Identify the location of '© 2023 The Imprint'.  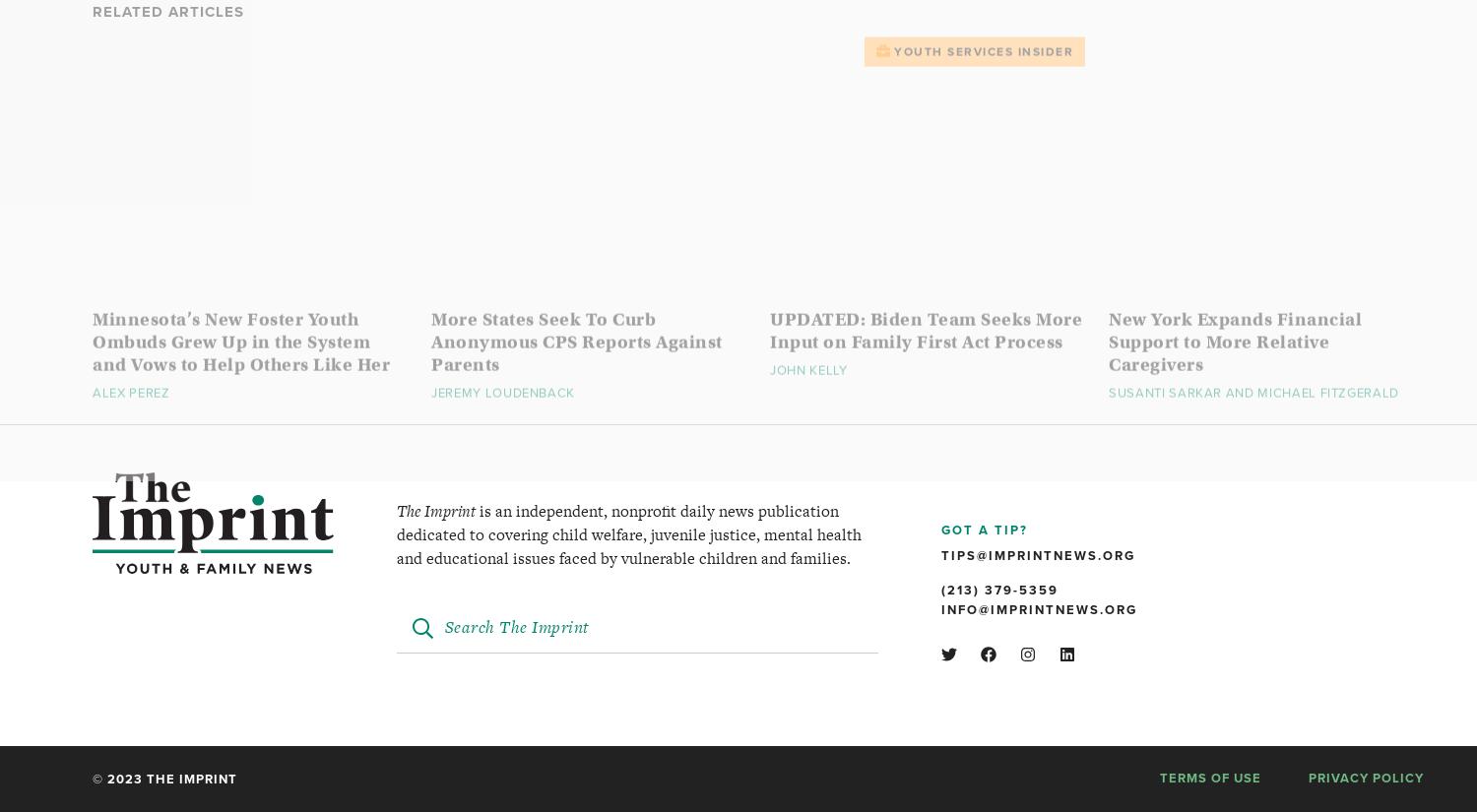
(164, 779).